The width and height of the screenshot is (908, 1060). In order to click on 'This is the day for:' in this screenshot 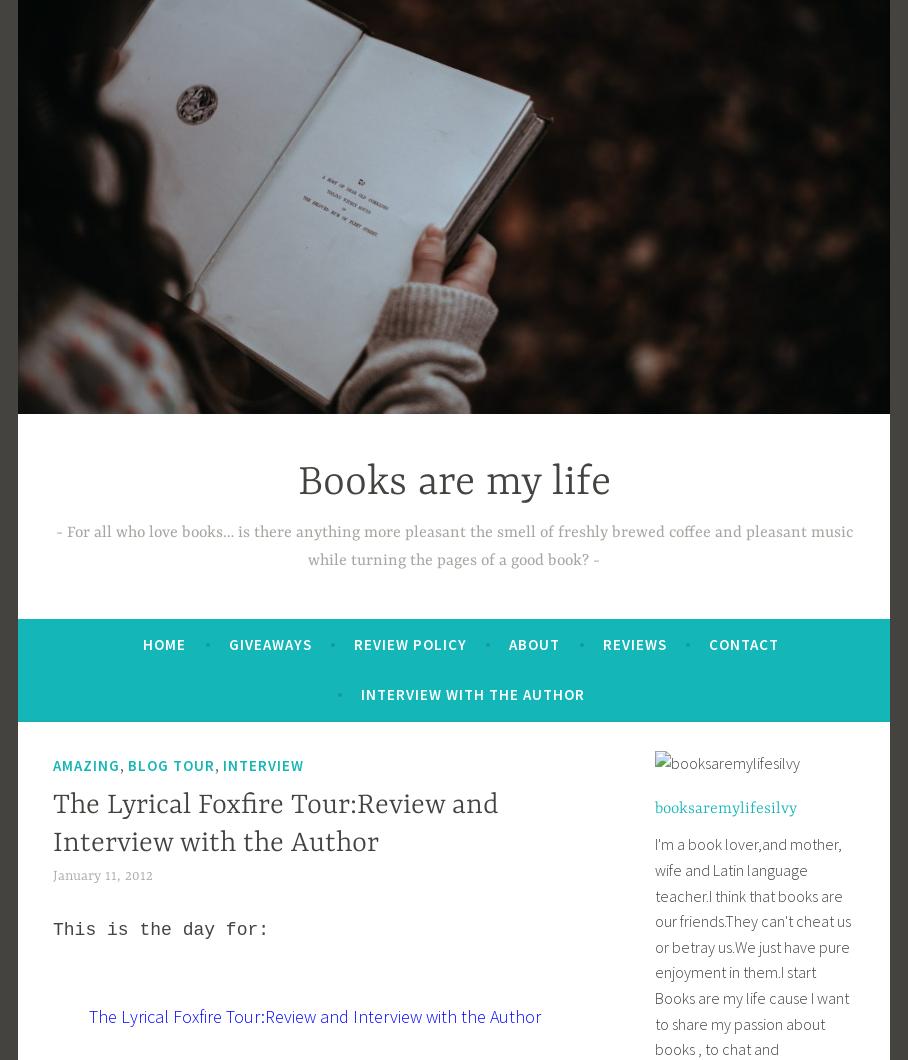, I will do `click(159, 928)`.